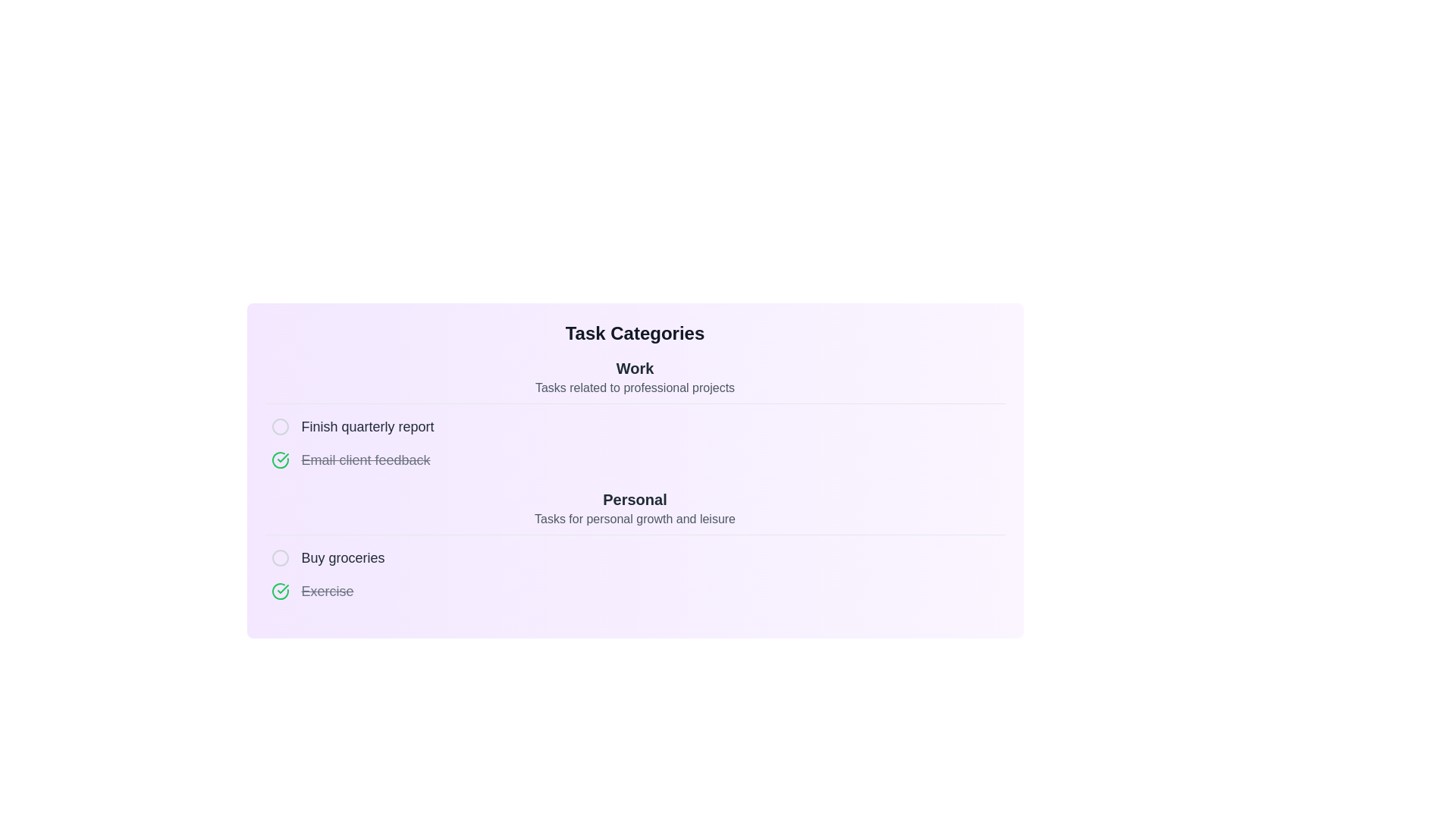 The image size is (1456, 819). What do you see at coordinates (635, 519) in the screenshot?
I see `the gray text label that reads 'Tasks for personal growth and leisure', located below the bold header 'Personal'` at bounding box center [635, 519].